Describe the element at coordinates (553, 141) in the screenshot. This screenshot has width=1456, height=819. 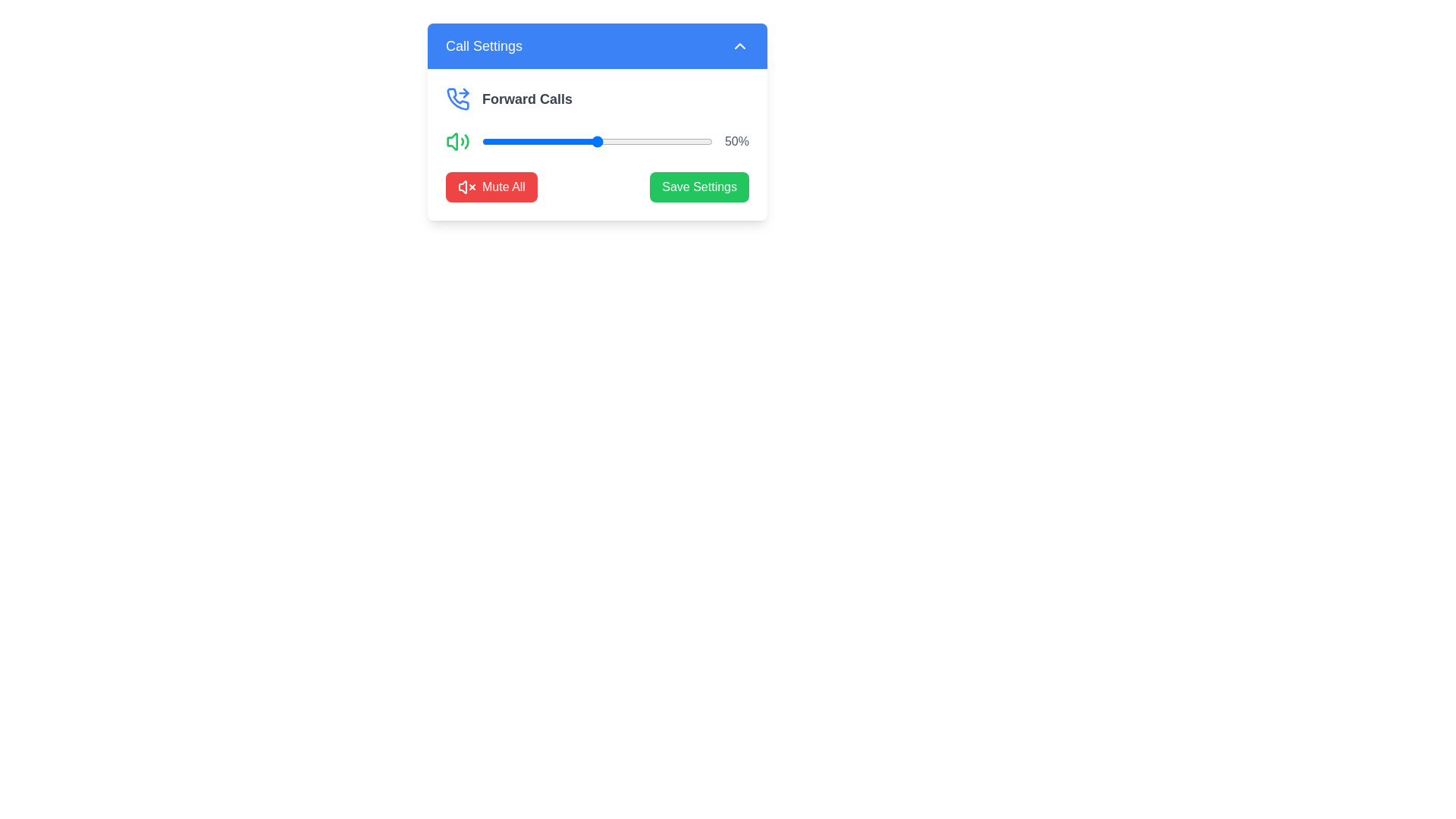
I see `the volume slider` at that location.